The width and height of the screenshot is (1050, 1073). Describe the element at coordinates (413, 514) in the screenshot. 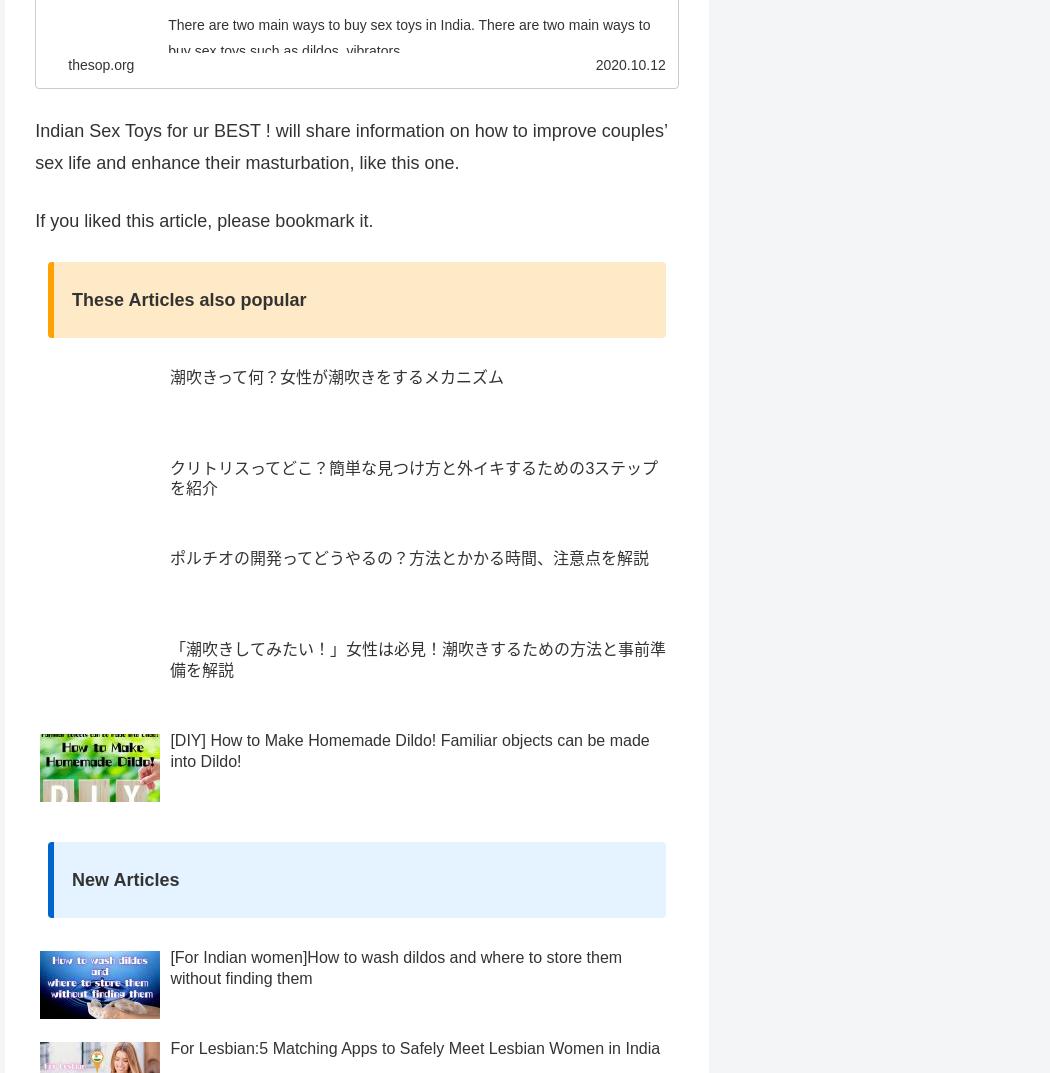

I see `'クリトリスってどこ？簡単な見つけ方と外イキするための3ステップを紹介'` at that location.